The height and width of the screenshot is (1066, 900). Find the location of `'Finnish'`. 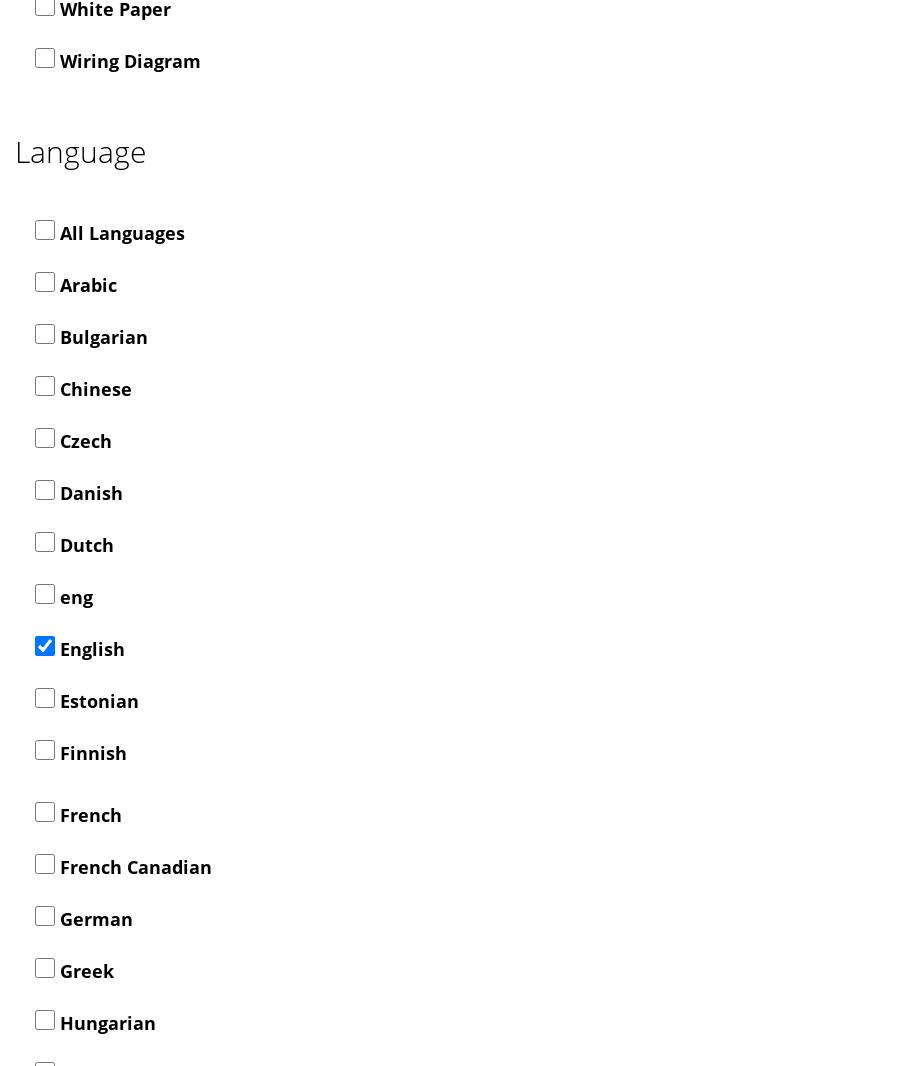

'Finnish' is located at coordinates (89, 750).